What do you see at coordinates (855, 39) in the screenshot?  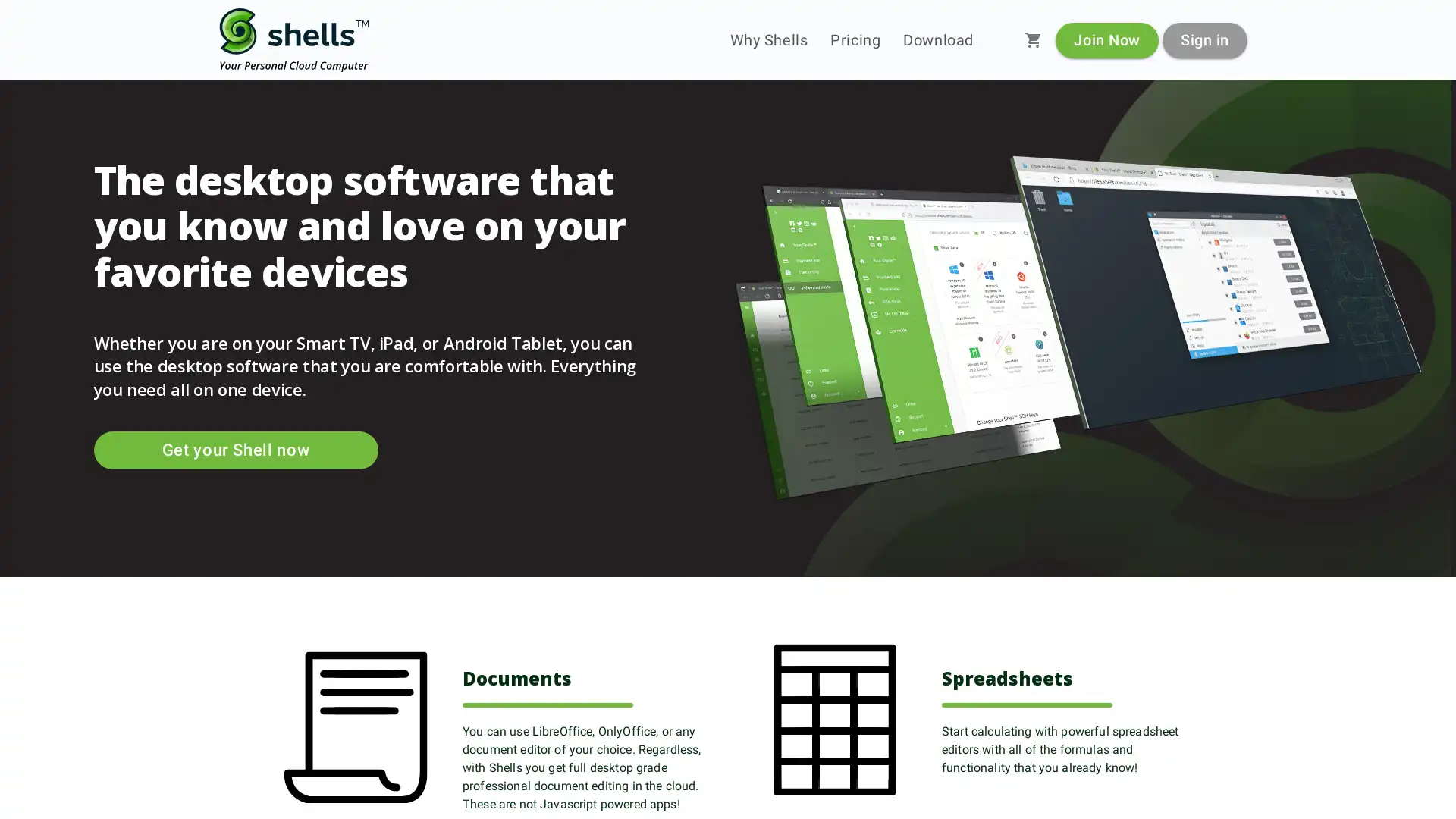 I see `Pricing` at bounding box center [855, 39].